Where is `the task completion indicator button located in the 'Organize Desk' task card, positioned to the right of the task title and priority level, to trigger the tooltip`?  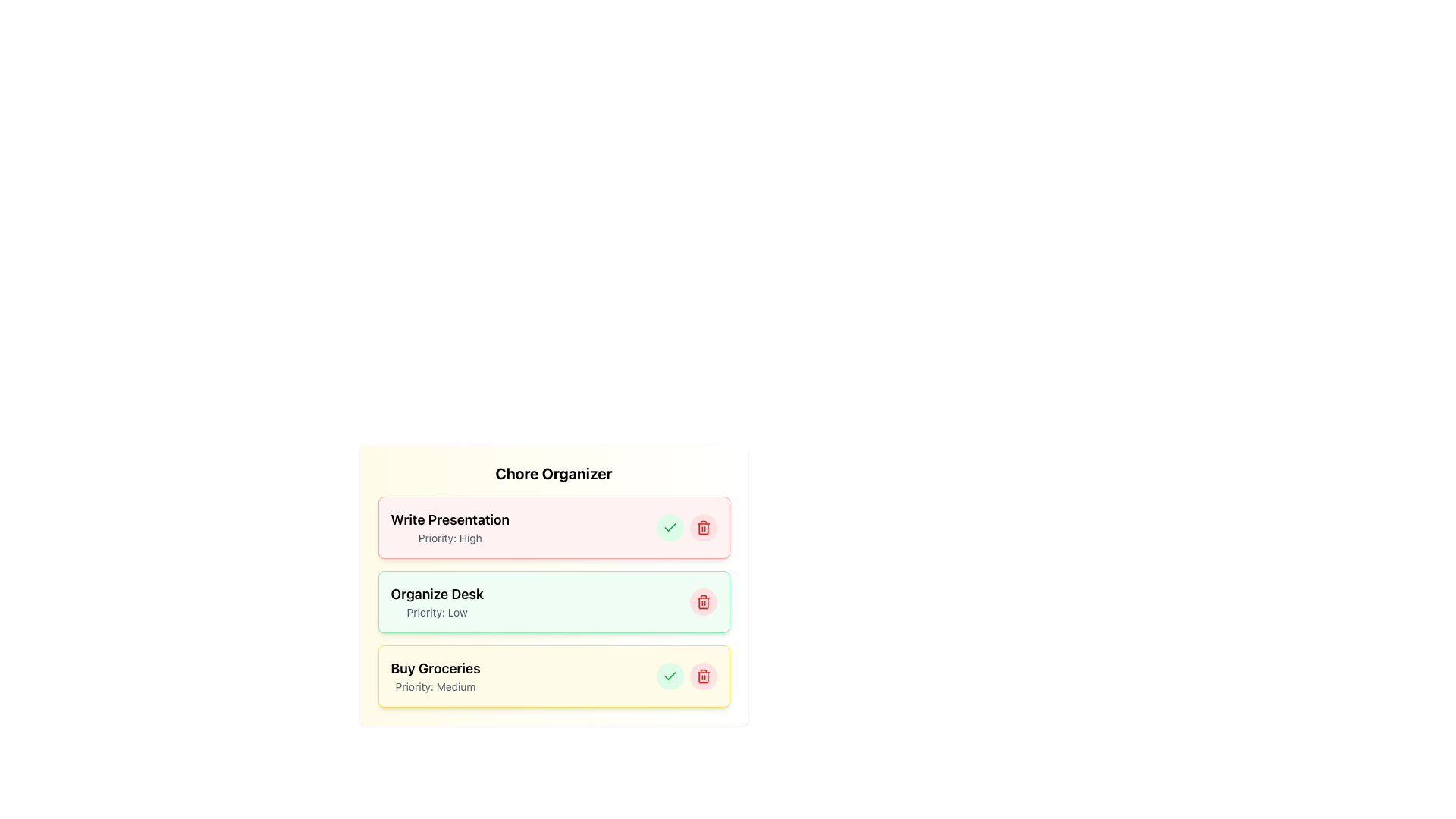
the task completion indicator button located in the 'Organize Desk' task card, positioned to the right of the task title and priority level, to trigger the tooltip is located at coordinates (669, 675).